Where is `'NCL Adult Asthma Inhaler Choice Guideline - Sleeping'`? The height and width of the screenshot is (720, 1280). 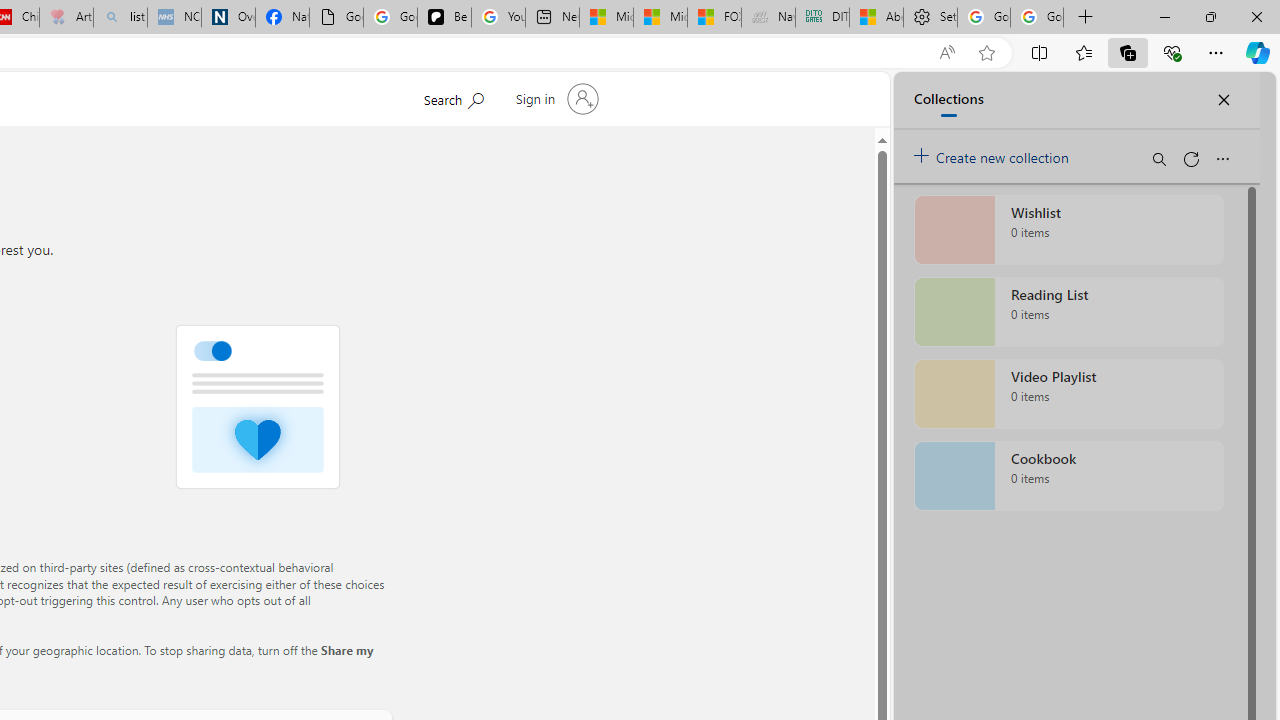 'NCL Adult Asthma Inhaler Choice Guideline - Sleeping' is located at coordinates (174, 17).